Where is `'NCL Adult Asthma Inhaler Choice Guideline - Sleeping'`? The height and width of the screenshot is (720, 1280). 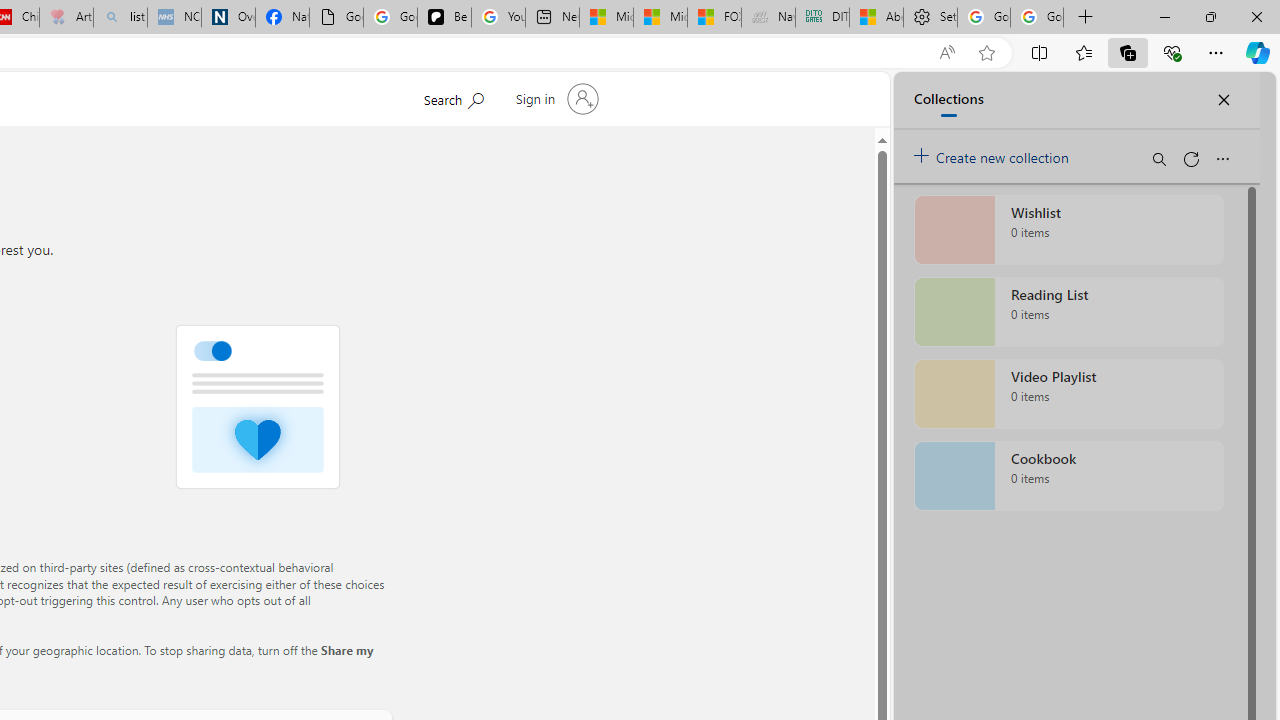 'NCL Adult Asthma Inhaler Choice Guideline - Sleeping' is located at coordinates (174, 17).